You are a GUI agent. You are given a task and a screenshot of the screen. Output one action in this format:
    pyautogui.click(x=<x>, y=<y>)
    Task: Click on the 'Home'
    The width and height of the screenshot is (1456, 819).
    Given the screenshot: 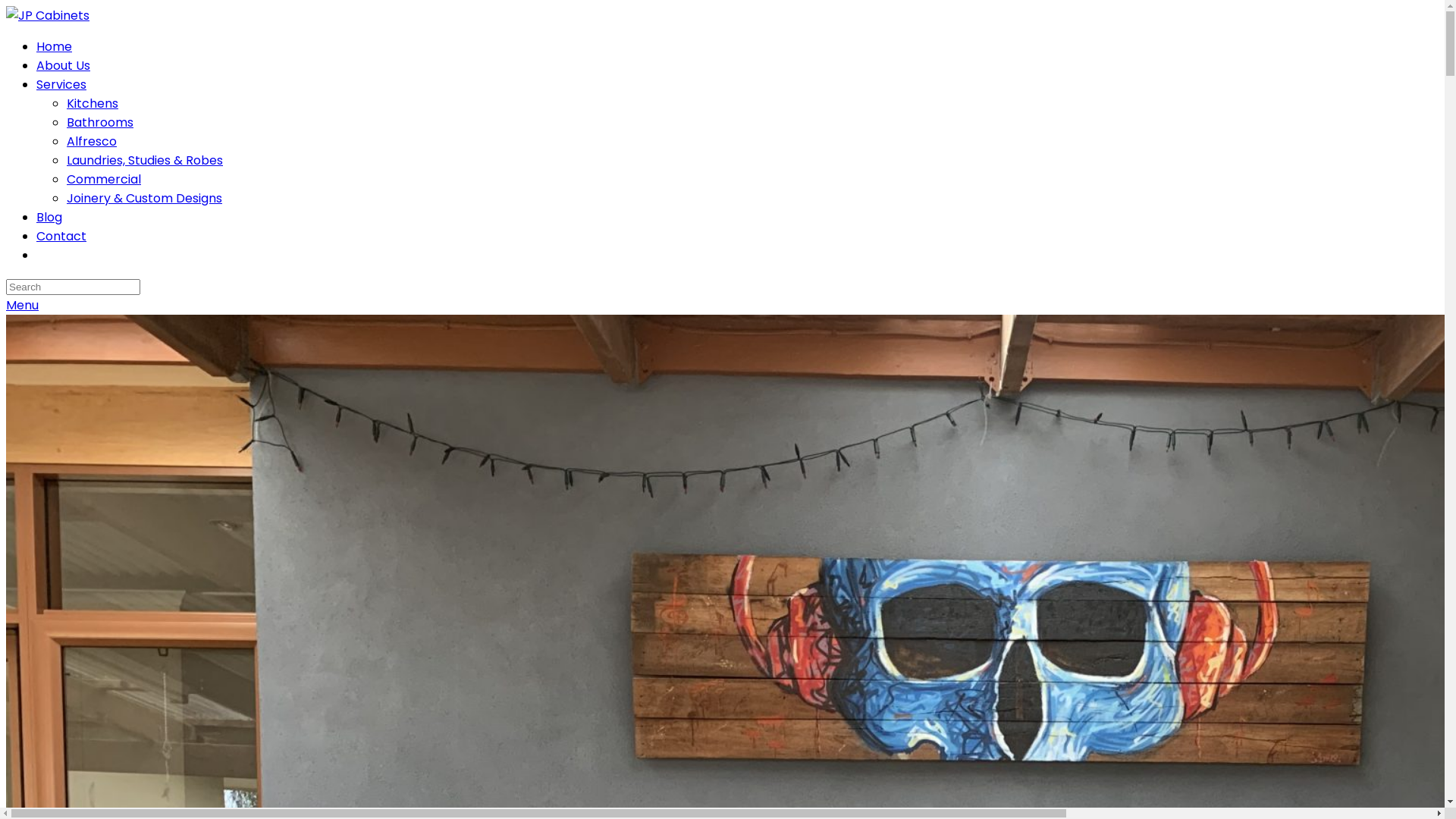 What is the action you would take?
    pyautogui.click(x=54, y=45)
    